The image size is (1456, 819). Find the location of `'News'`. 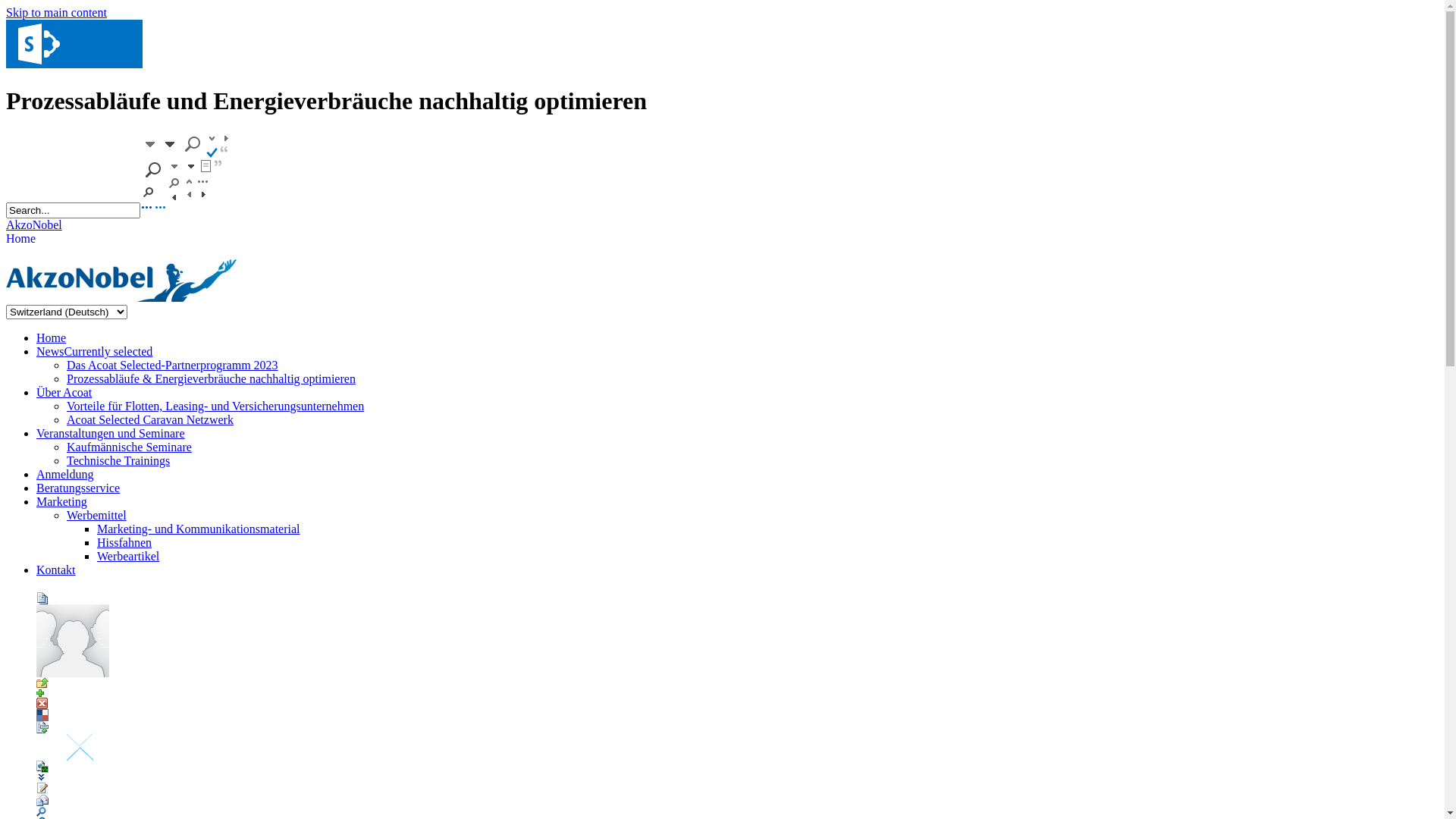

'News' is located at coordinates (73, 63).